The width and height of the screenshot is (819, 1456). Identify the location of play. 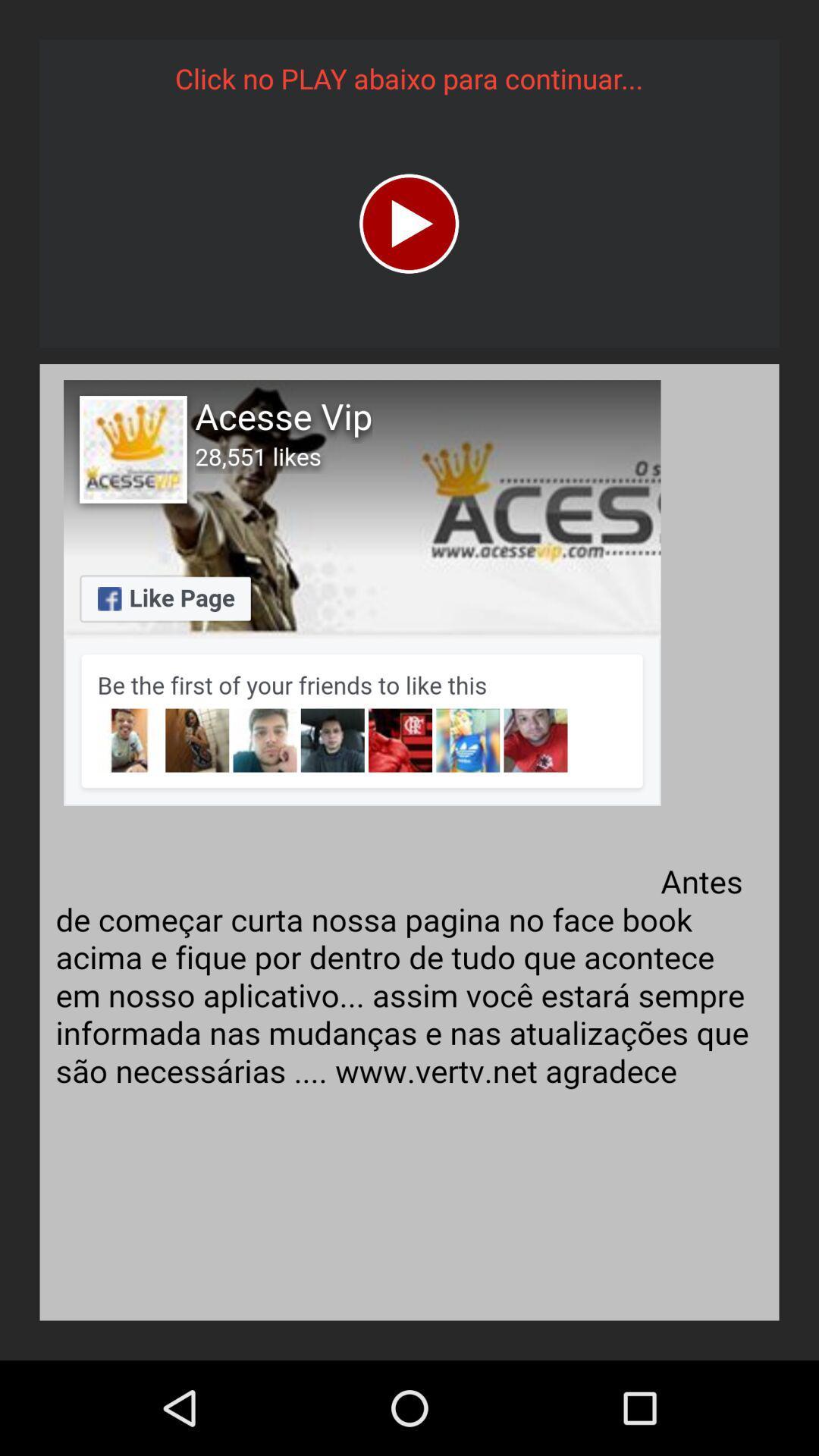
(408, 223).